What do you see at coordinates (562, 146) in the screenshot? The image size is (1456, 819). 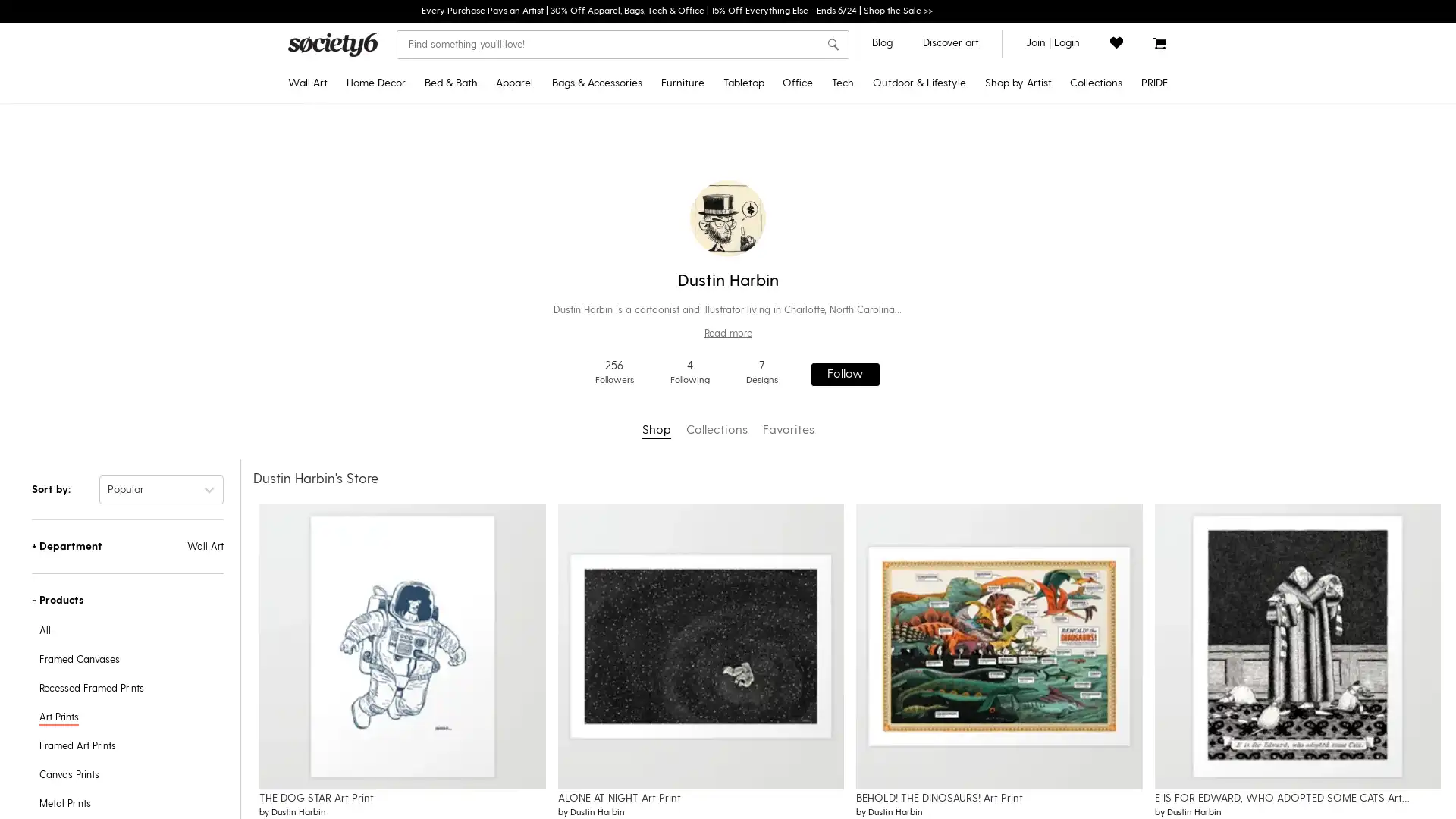 I see `Crewneck Sweatshirts` at bounding box center [562, 146].